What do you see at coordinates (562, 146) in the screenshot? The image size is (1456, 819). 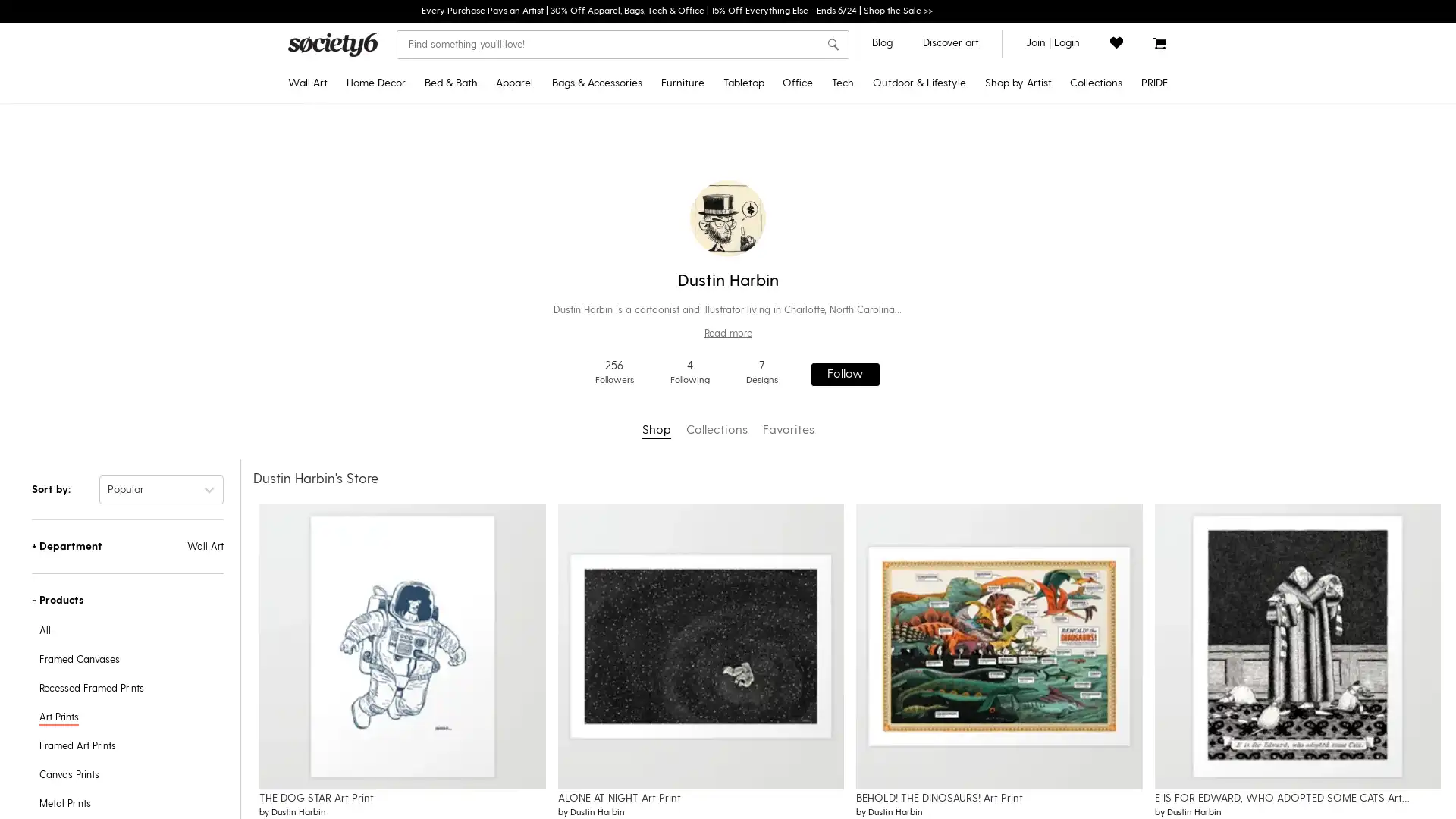 I see `Crewneck Sweatshirts` at bounding box center [562, 146].